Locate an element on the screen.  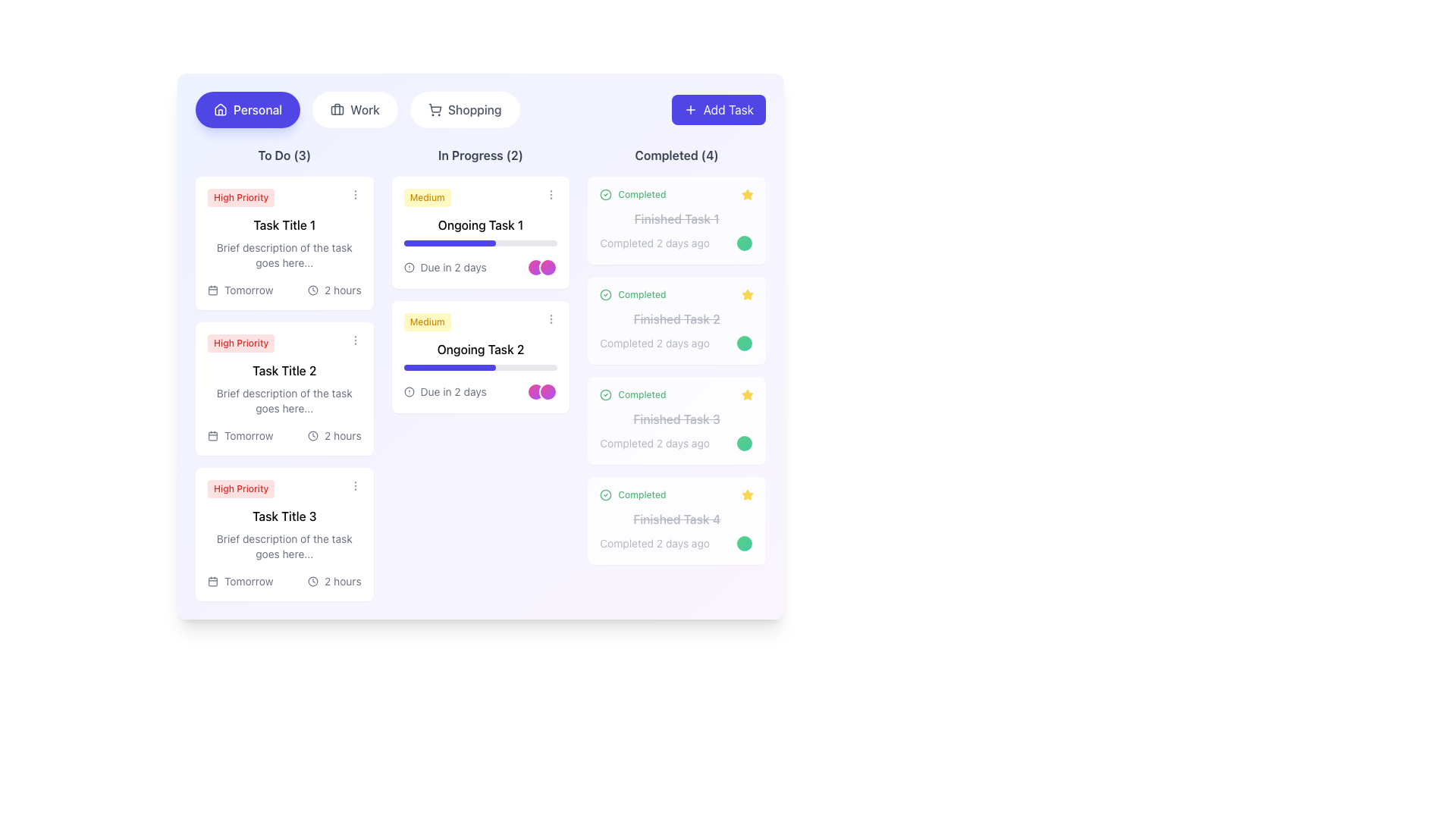
the Text label providing additional contextual information about the task in the 'Task Title 2' card located in the 'To Do' column, positioned below the title 'Task Title 2' is located at coordinates (284, 400).